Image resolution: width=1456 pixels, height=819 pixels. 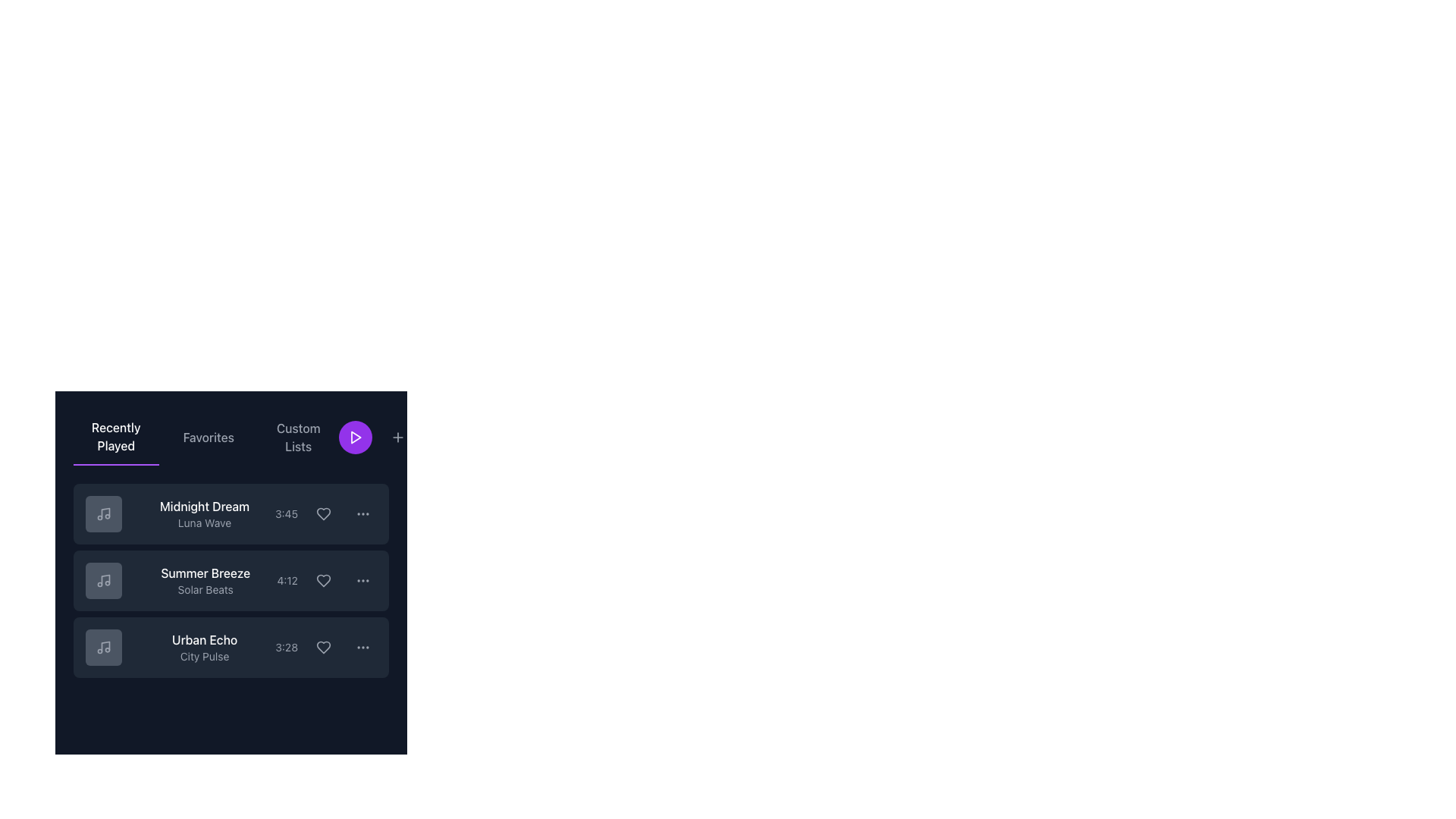 What do you see at coordinates (362, 647) in the screenshot?
I see `the second button next to the 'Urban Echo' item` at bounding box center [362, 647].